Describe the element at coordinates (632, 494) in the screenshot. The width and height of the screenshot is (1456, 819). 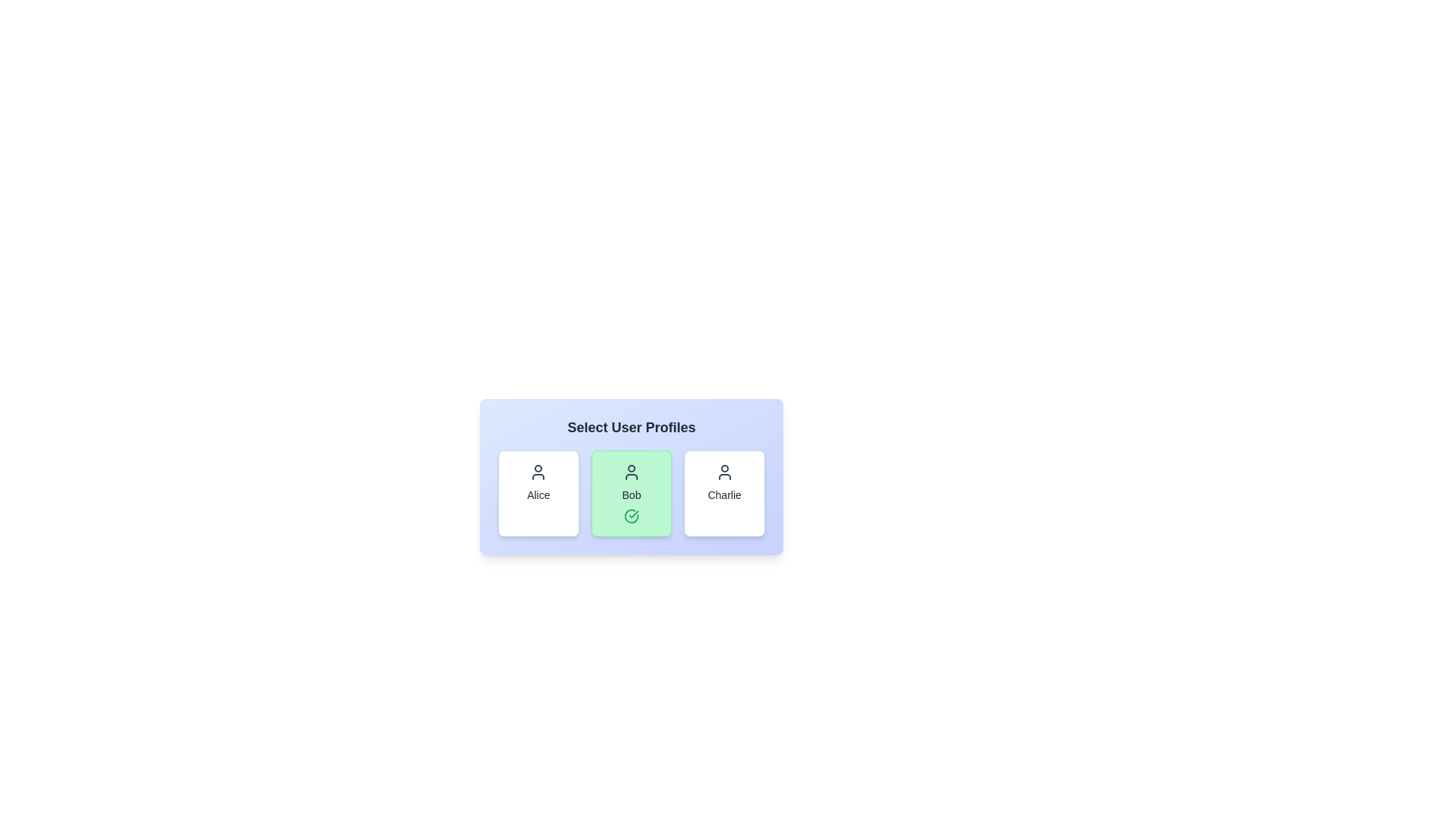
I see `the user profile card for Bob` at that location.